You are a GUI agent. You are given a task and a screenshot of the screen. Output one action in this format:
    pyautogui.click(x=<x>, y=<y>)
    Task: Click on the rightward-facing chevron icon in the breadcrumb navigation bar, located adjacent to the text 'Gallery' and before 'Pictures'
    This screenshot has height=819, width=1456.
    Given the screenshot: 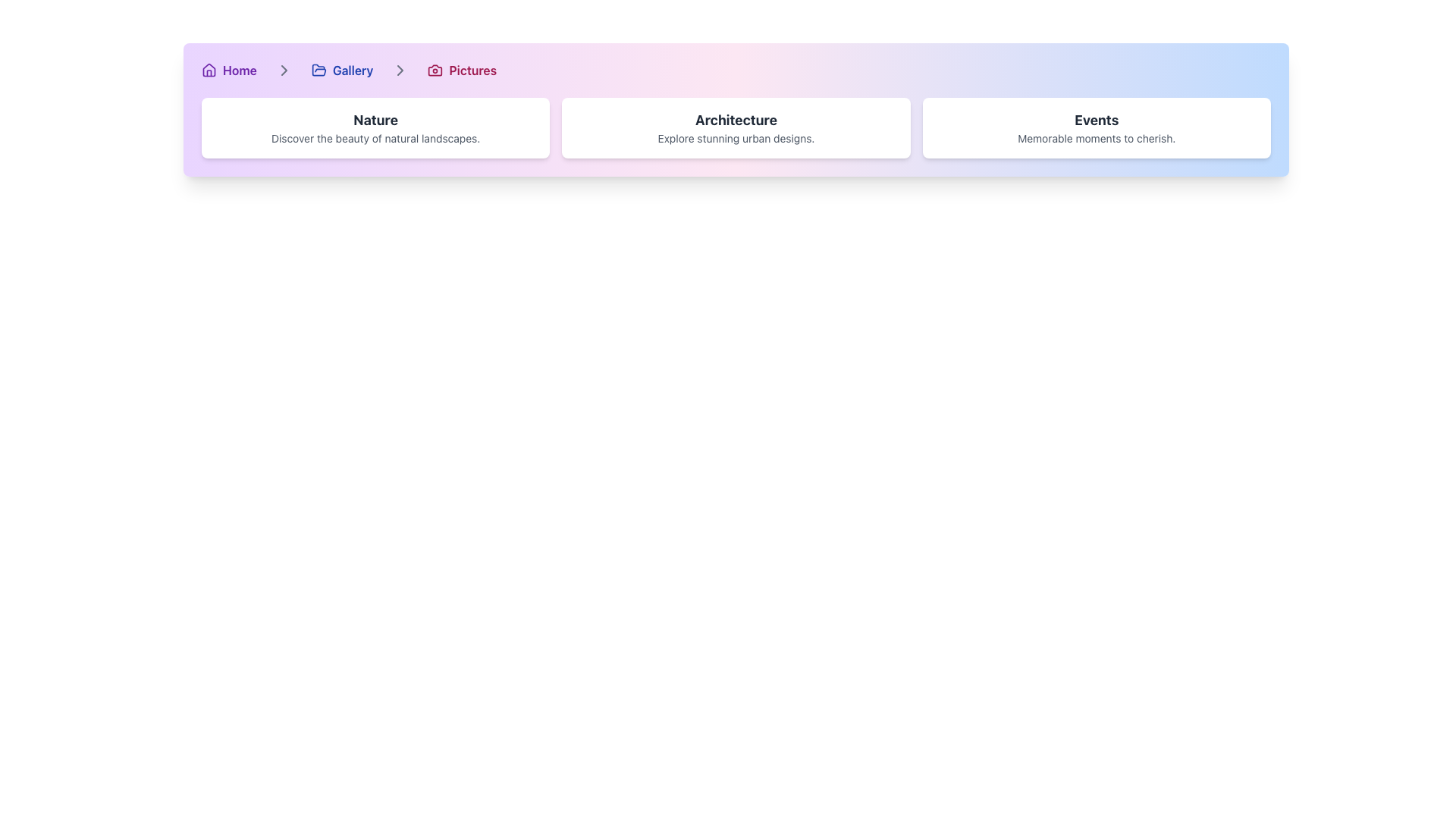 What is the action you would take?
    pyautogui.click(x=284, y=70)
    